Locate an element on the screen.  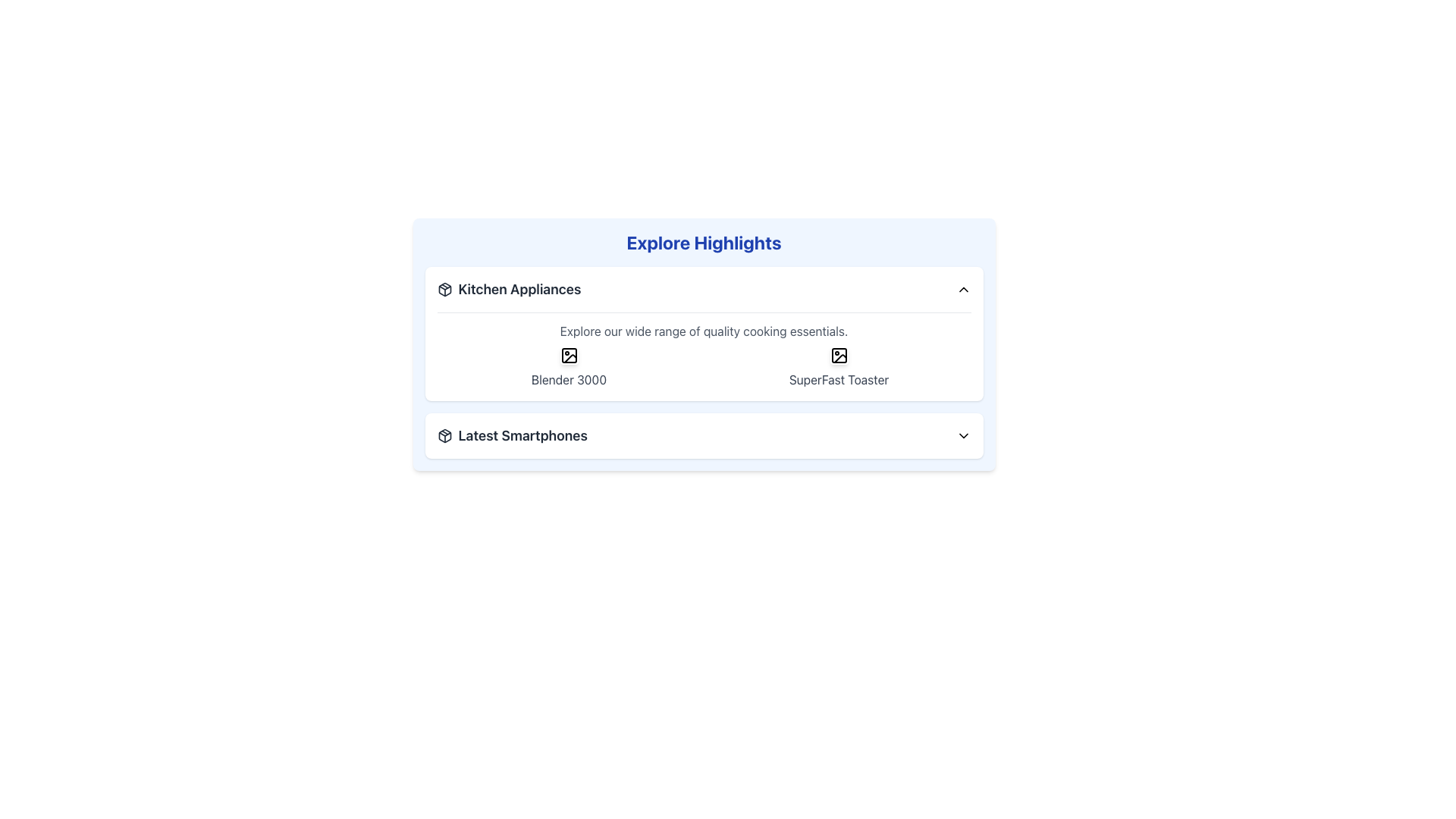
the 'SuperFast Toaster' item in the 'Kitchen Appliances' section, which features a rounded image and descriptive text below it is located at coordinates (838, 368).